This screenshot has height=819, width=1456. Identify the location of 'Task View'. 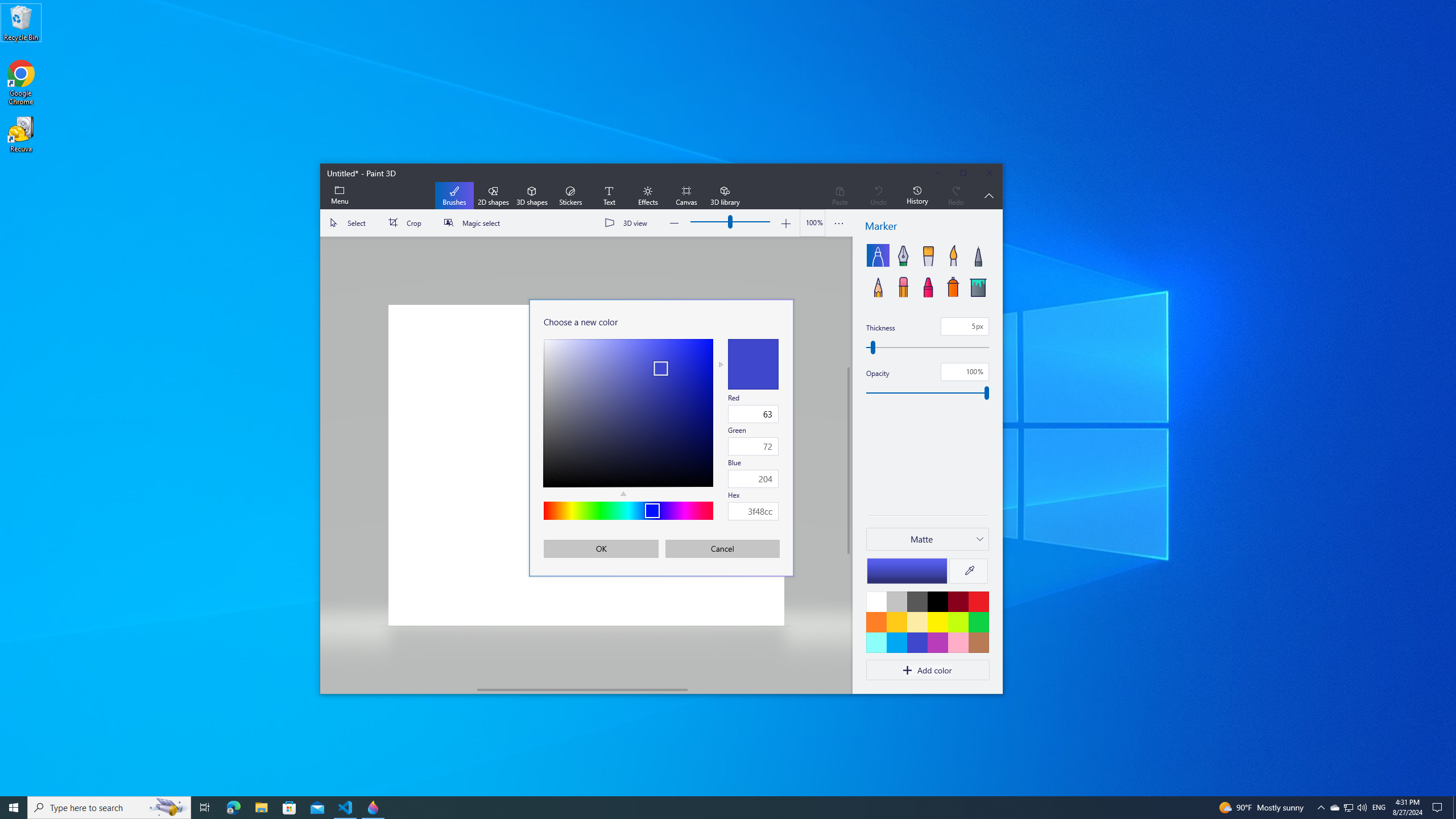
(204, 806).